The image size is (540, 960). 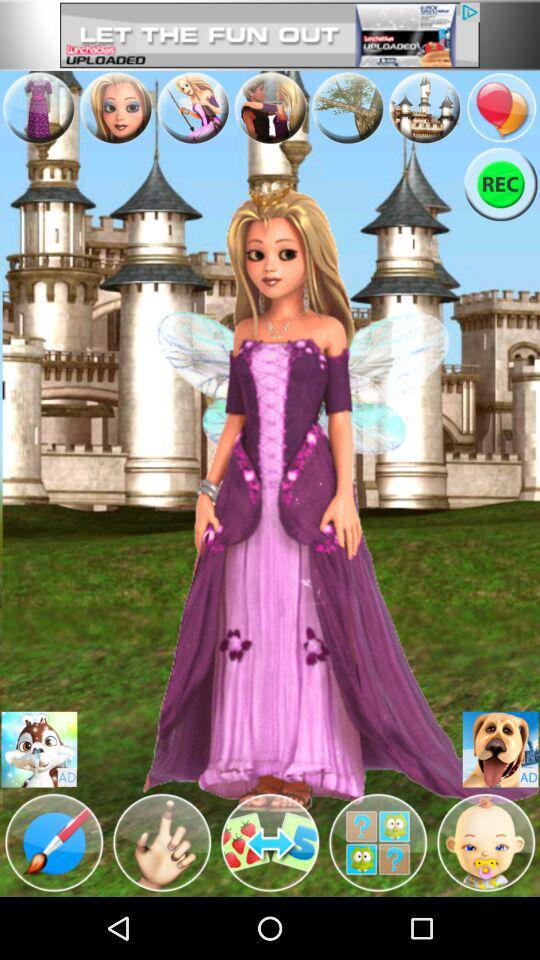 I want to click on opens a character modification section on the app, so click(x=161, y=841).